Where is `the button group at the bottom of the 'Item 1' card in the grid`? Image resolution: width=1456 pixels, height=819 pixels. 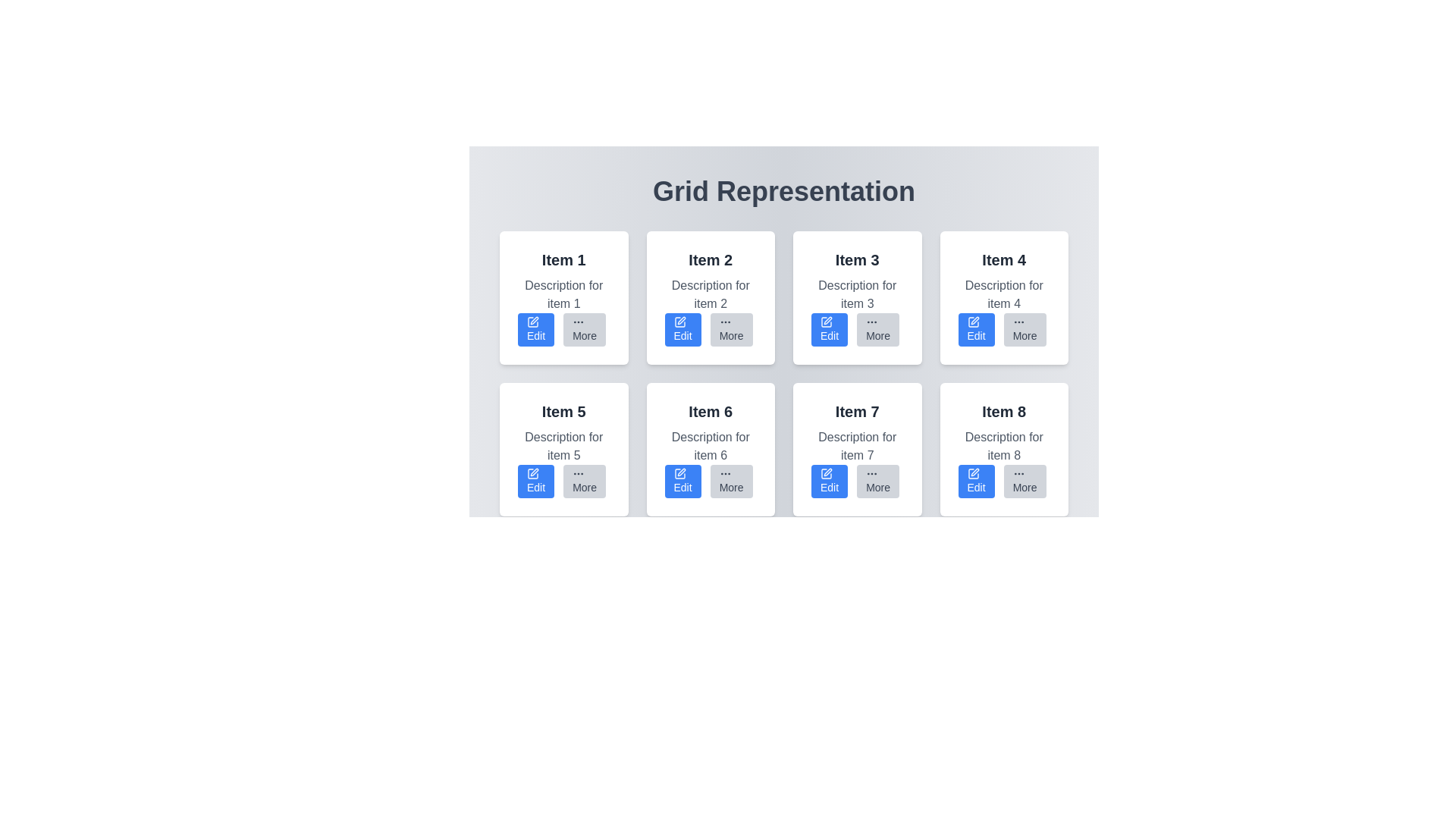 the button group at the bottom of the 'Item 1' card in the grid is located at coordinates (563, 329).